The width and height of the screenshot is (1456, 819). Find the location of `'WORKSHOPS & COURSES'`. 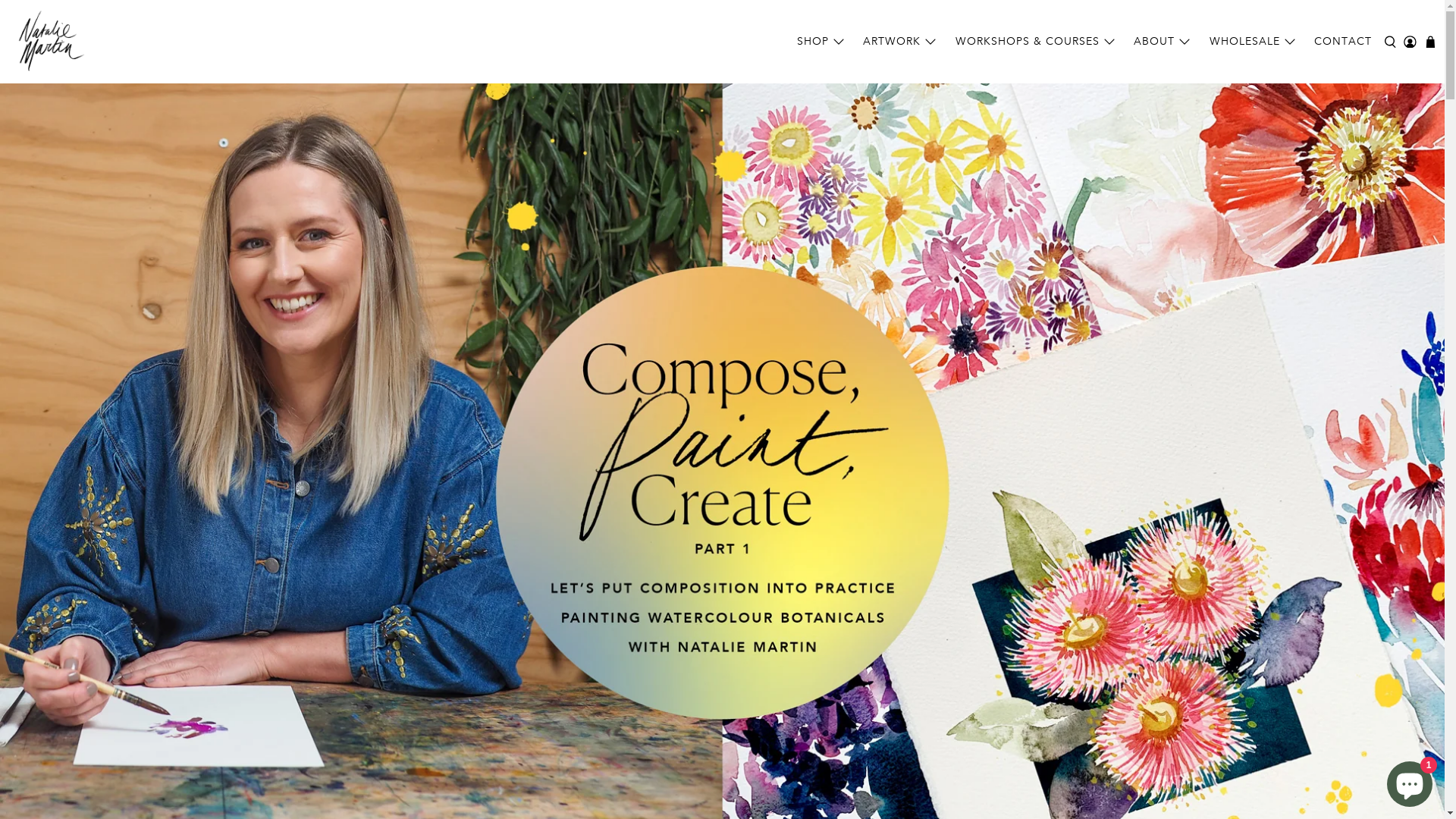

'WORKSHOPS & COURSES' is located at coordinates (1036, 40).